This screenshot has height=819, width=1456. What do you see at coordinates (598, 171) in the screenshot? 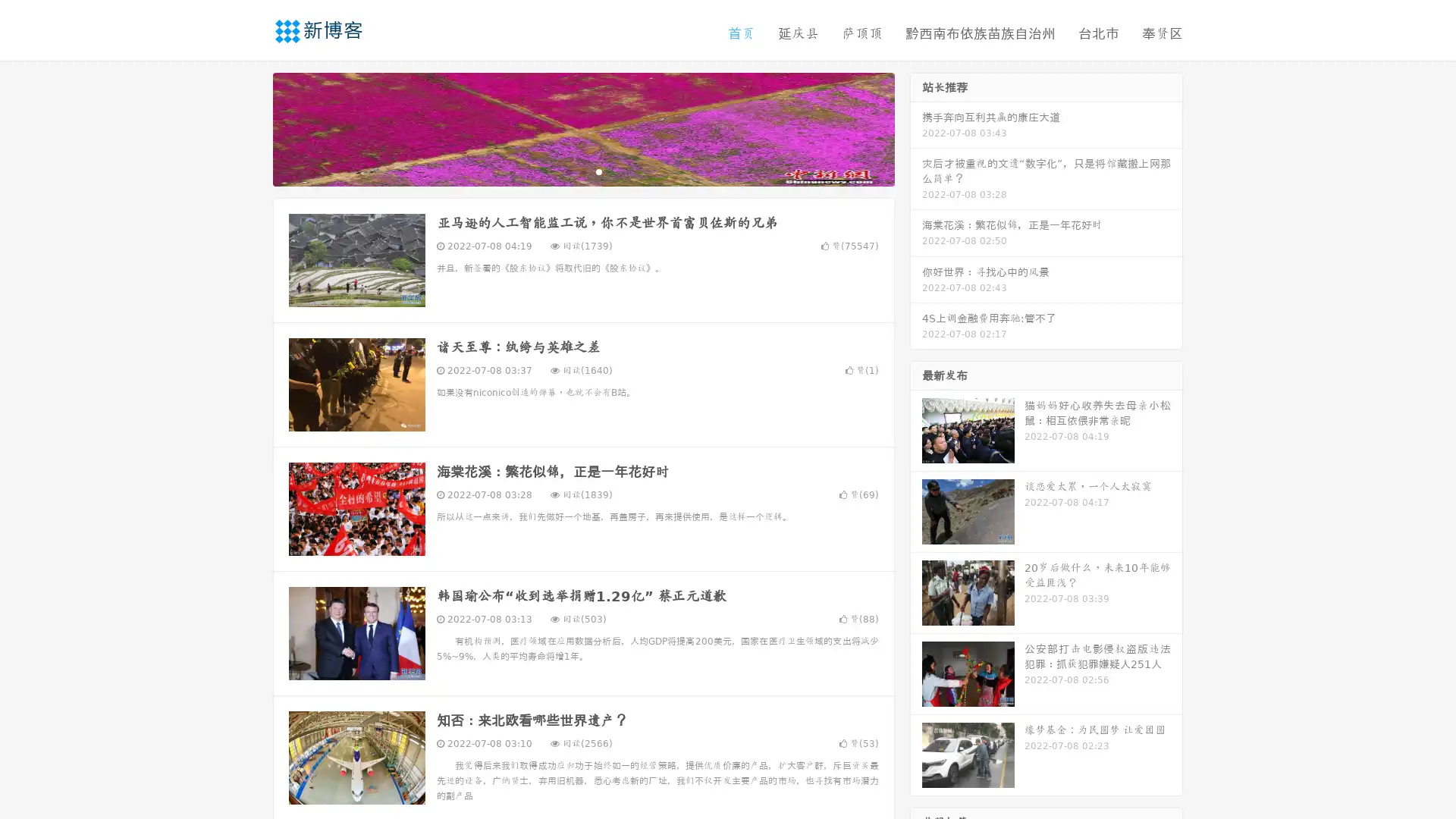
I see `Go to slide 3` at bounding box center [598, 171].